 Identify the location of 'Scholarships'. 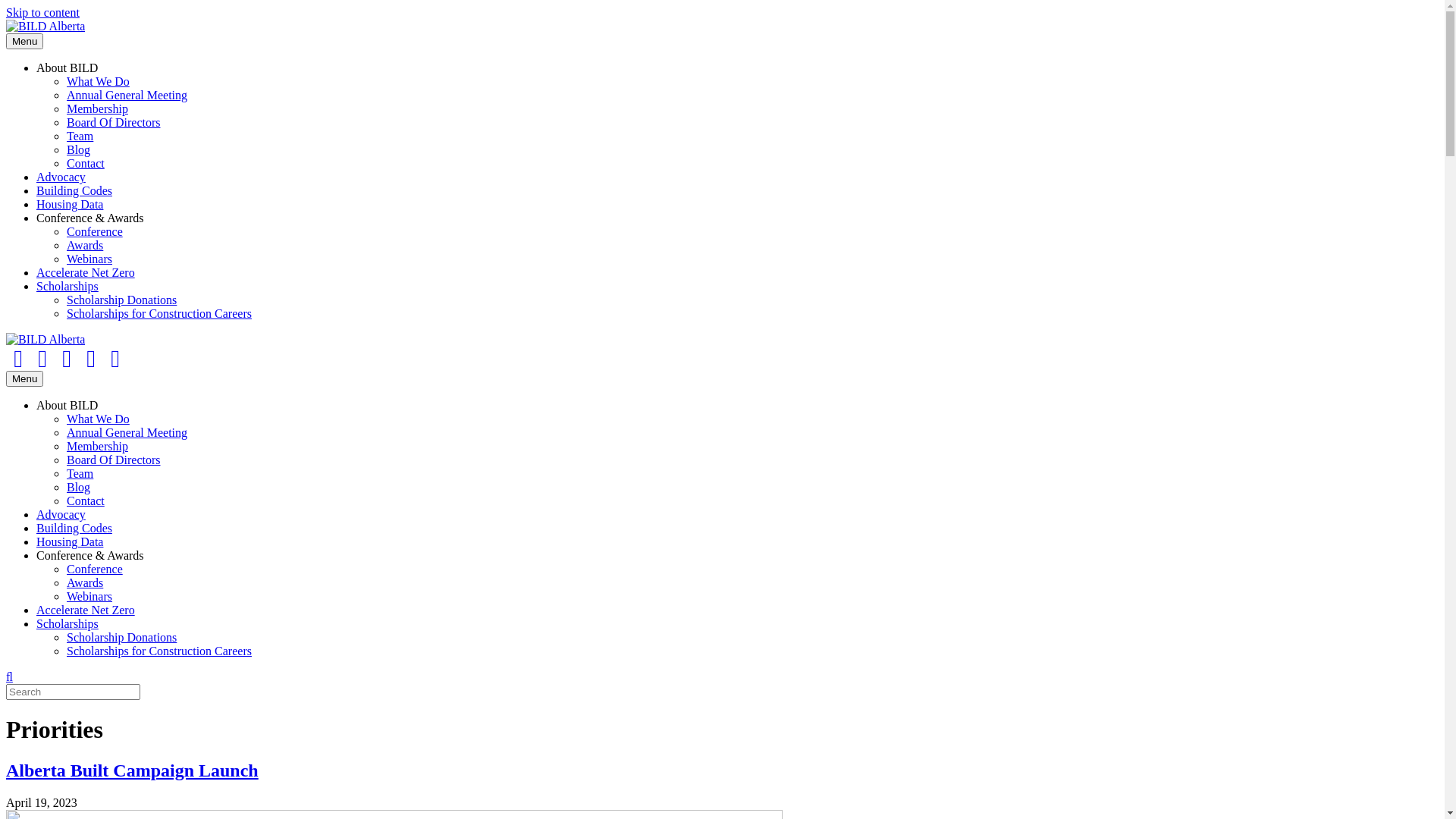
(67, 623).